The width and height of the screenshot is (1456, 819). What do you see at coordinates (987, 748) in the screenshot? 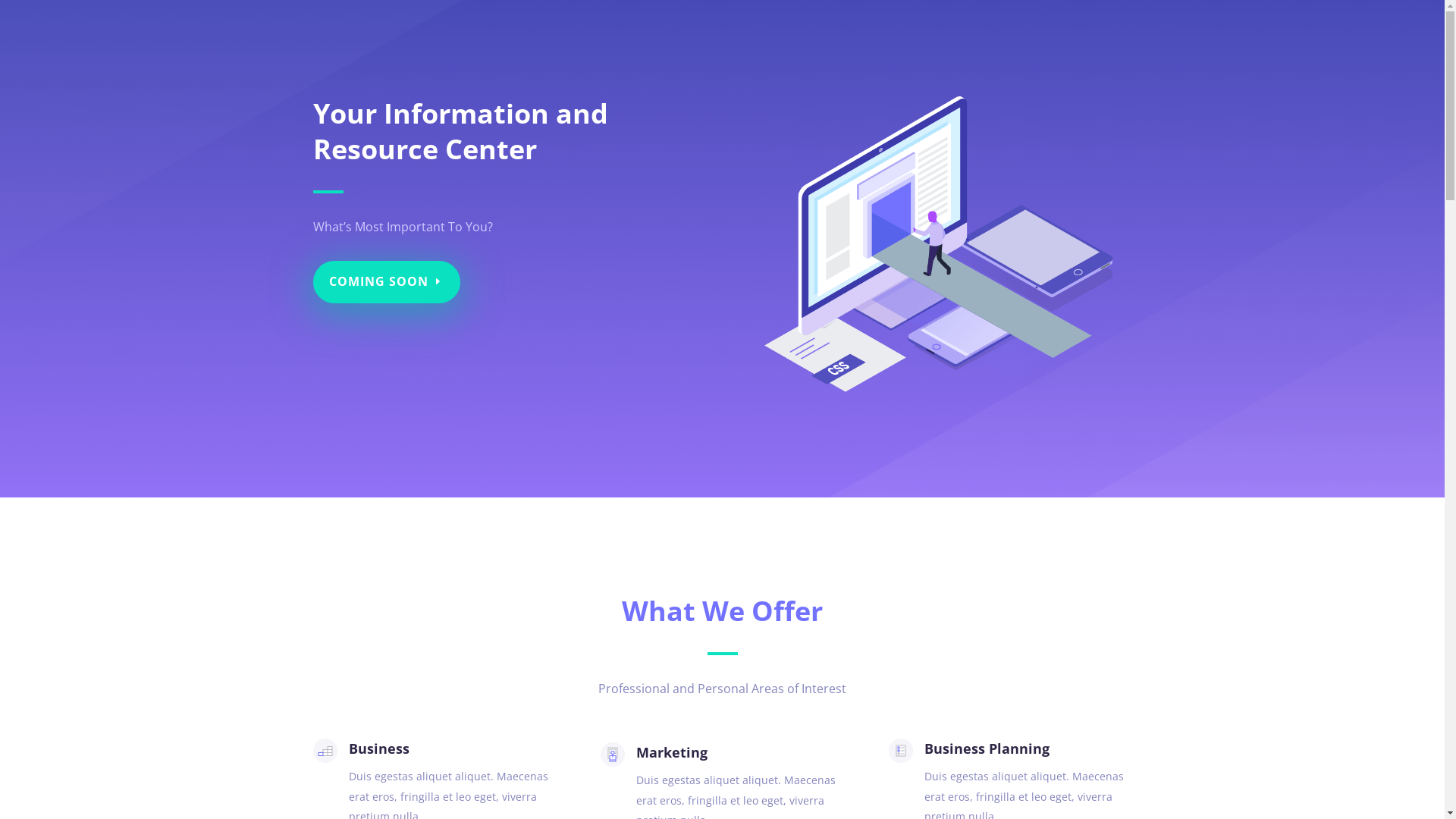
I see `'Business Planning'` at bounding box center [987, 748].